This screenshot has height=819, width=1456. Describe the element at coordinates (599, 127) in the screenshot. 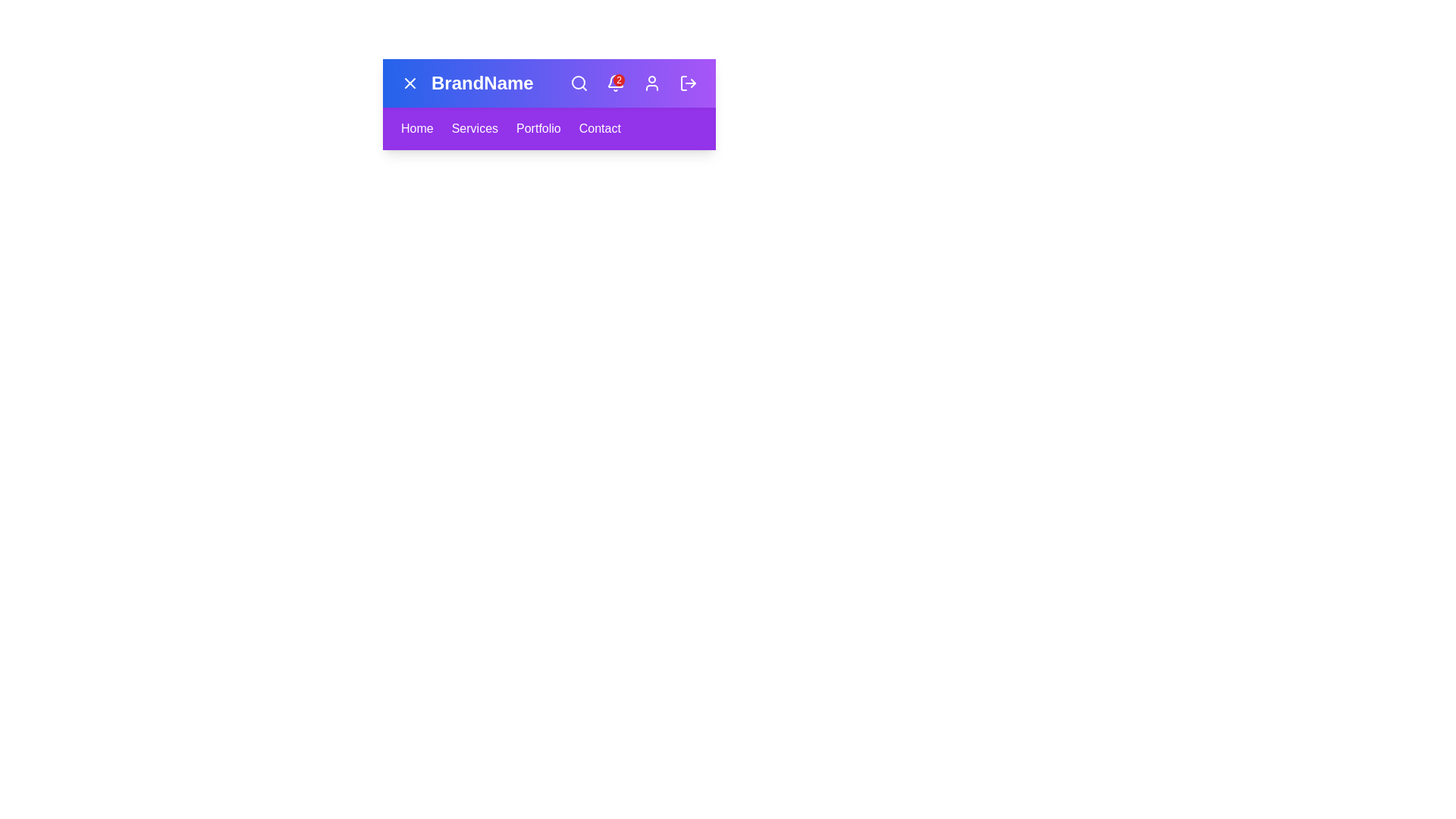

I see `the 'Contact' text label in the navigation bar` at that location.